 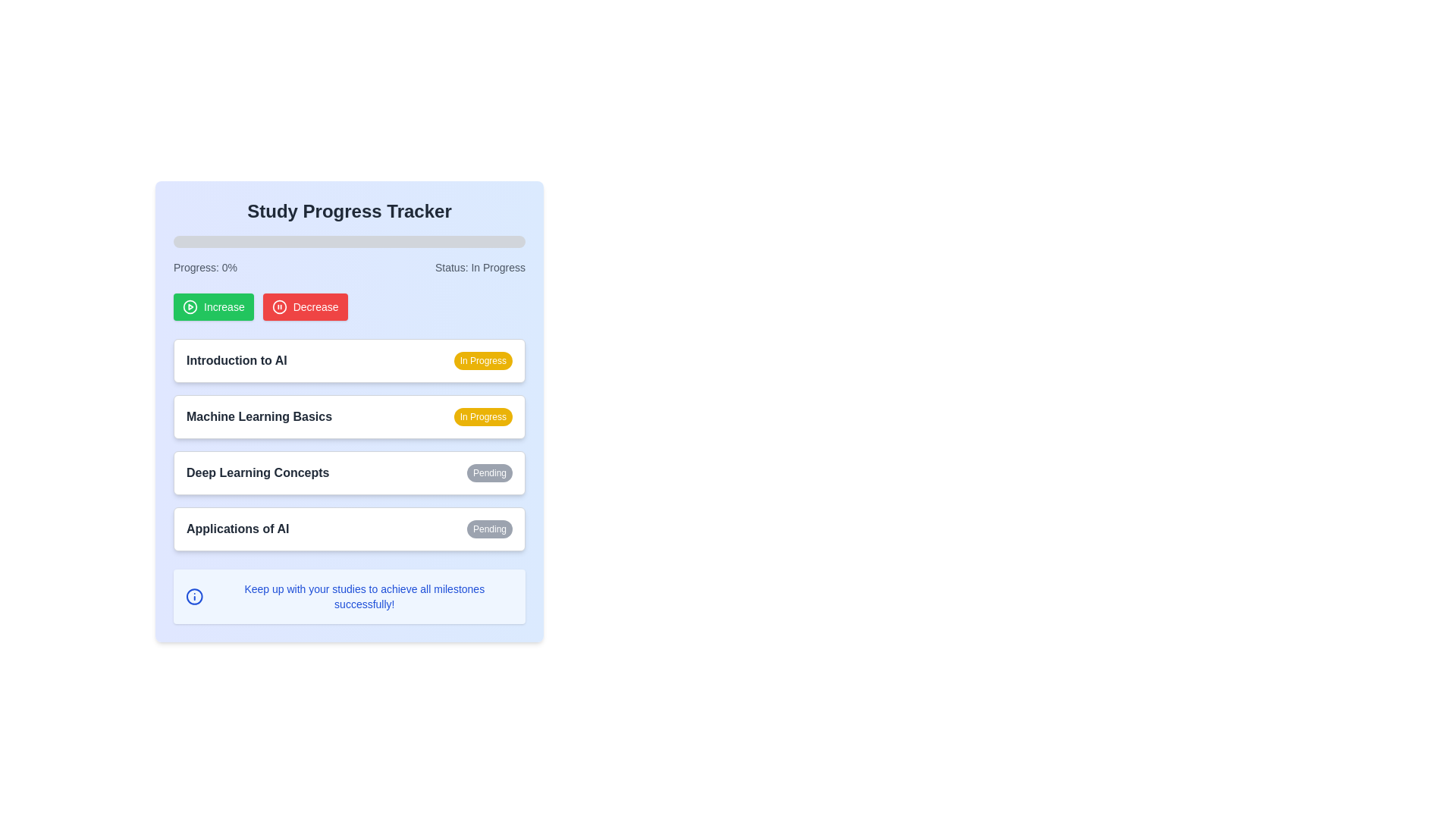 I want to click on the horizontal progress bar with rounded edges located below the 'Study Progress Tracker' header, so click(x=348, y=241).